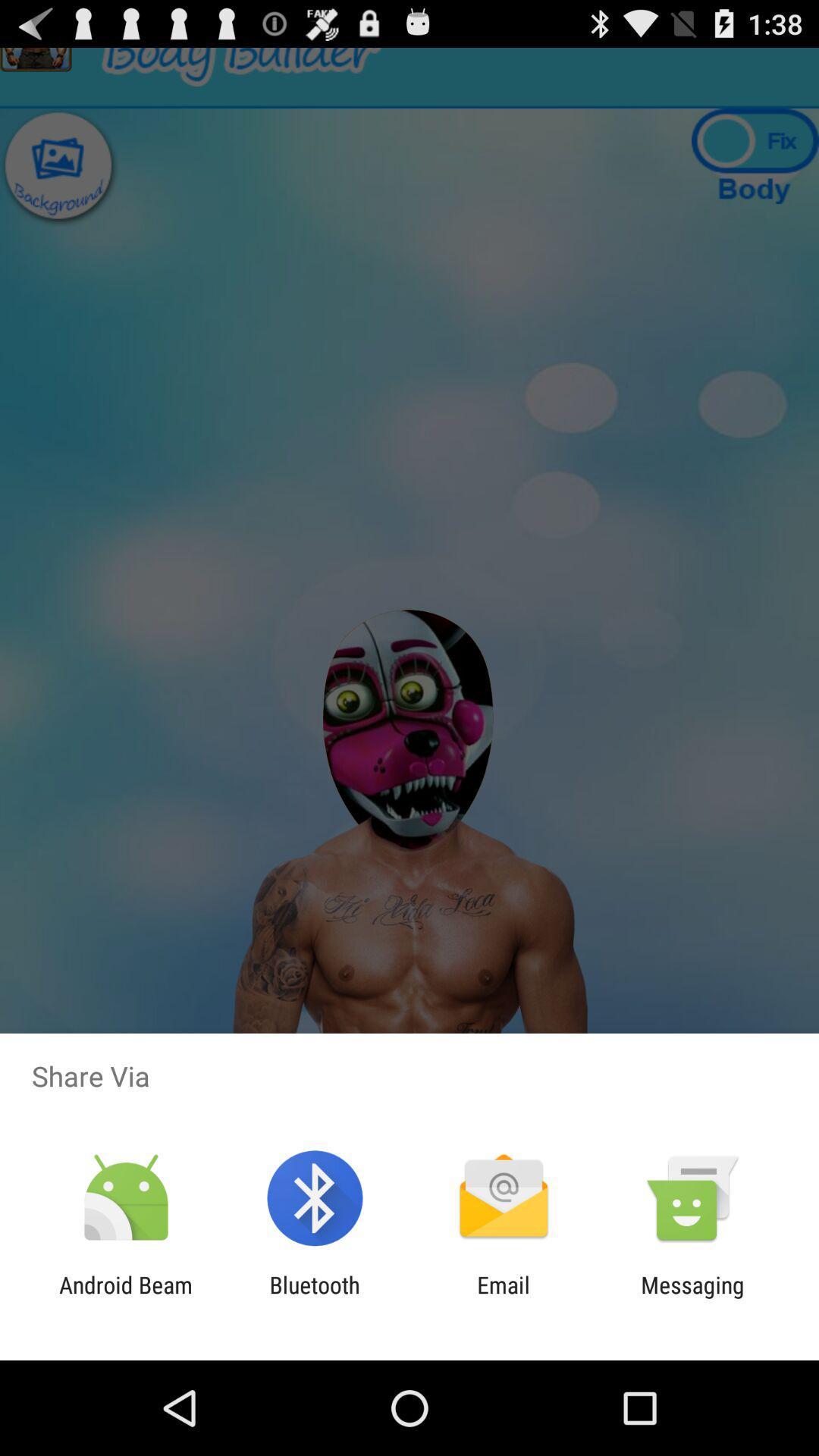  Describe the element at coordinates (314, 1298) in the screenshot. I see `the item next to email app` at that location.